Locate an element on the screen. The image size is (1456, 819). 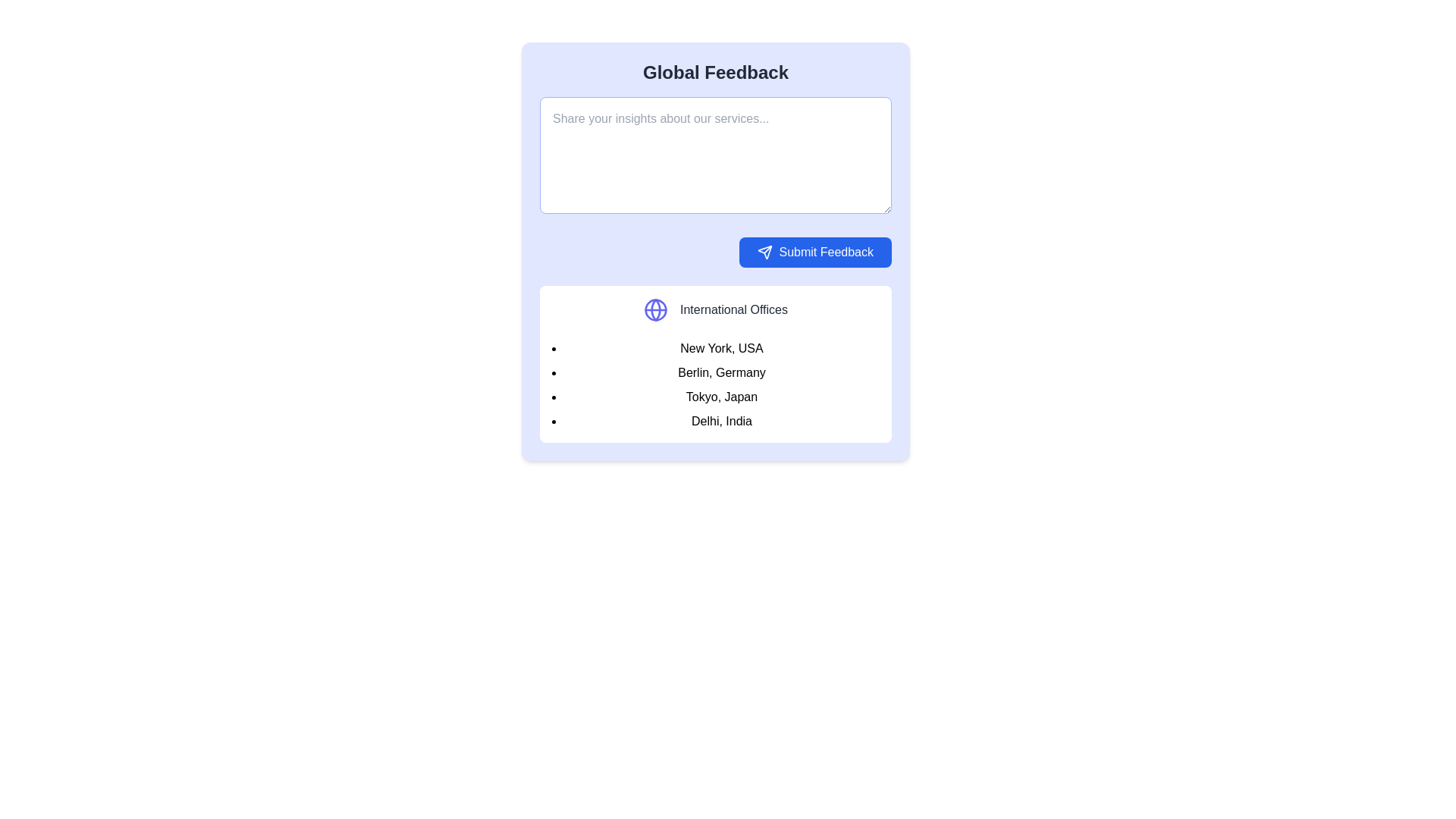
the text label 'International Offices', which is styled in gray color and located next to a globe icon in the bottom part of the blue feedback card is located at coordinates (734, 309).